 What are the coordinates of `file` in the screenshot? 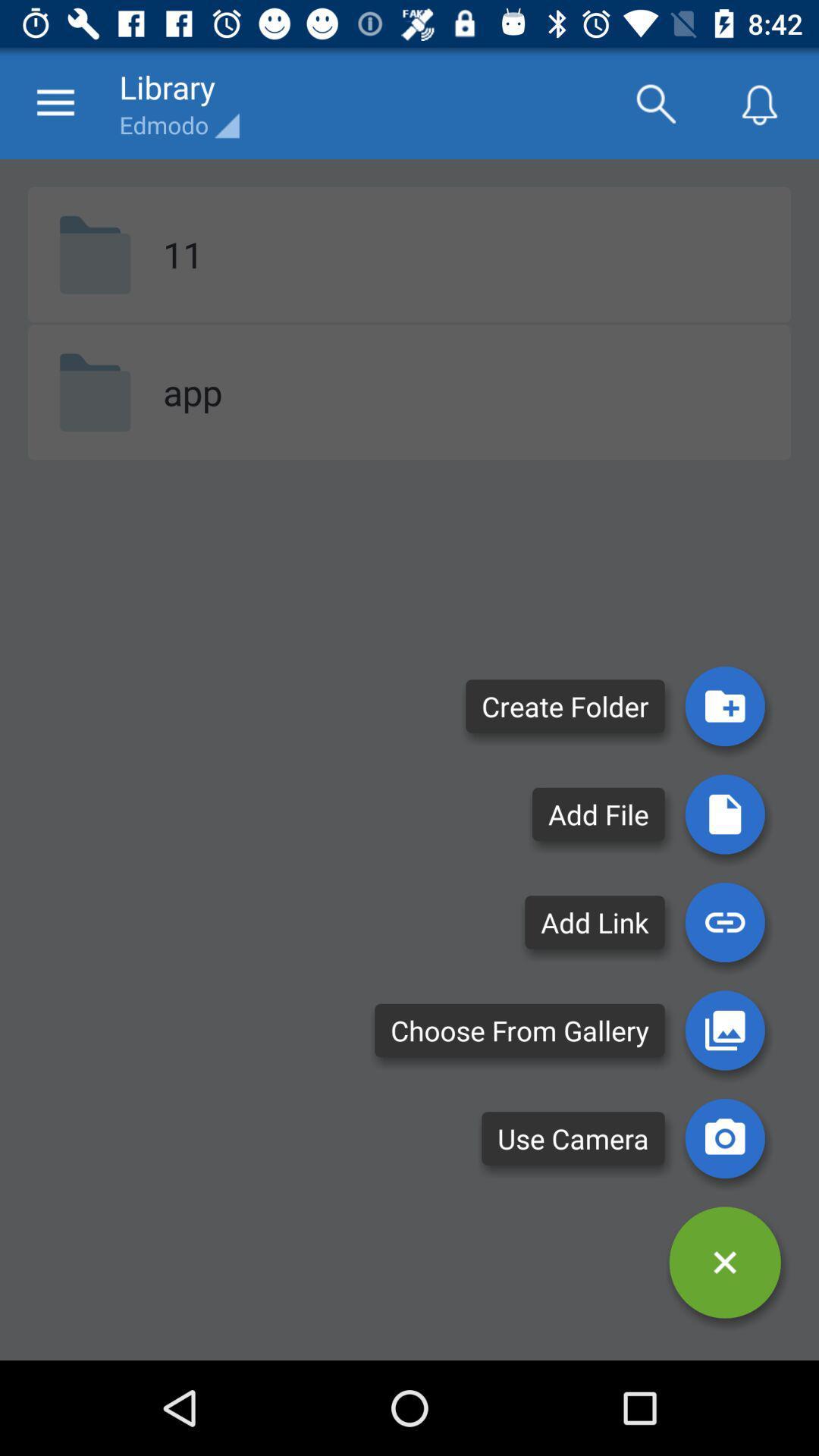 It's located at (724, 814).